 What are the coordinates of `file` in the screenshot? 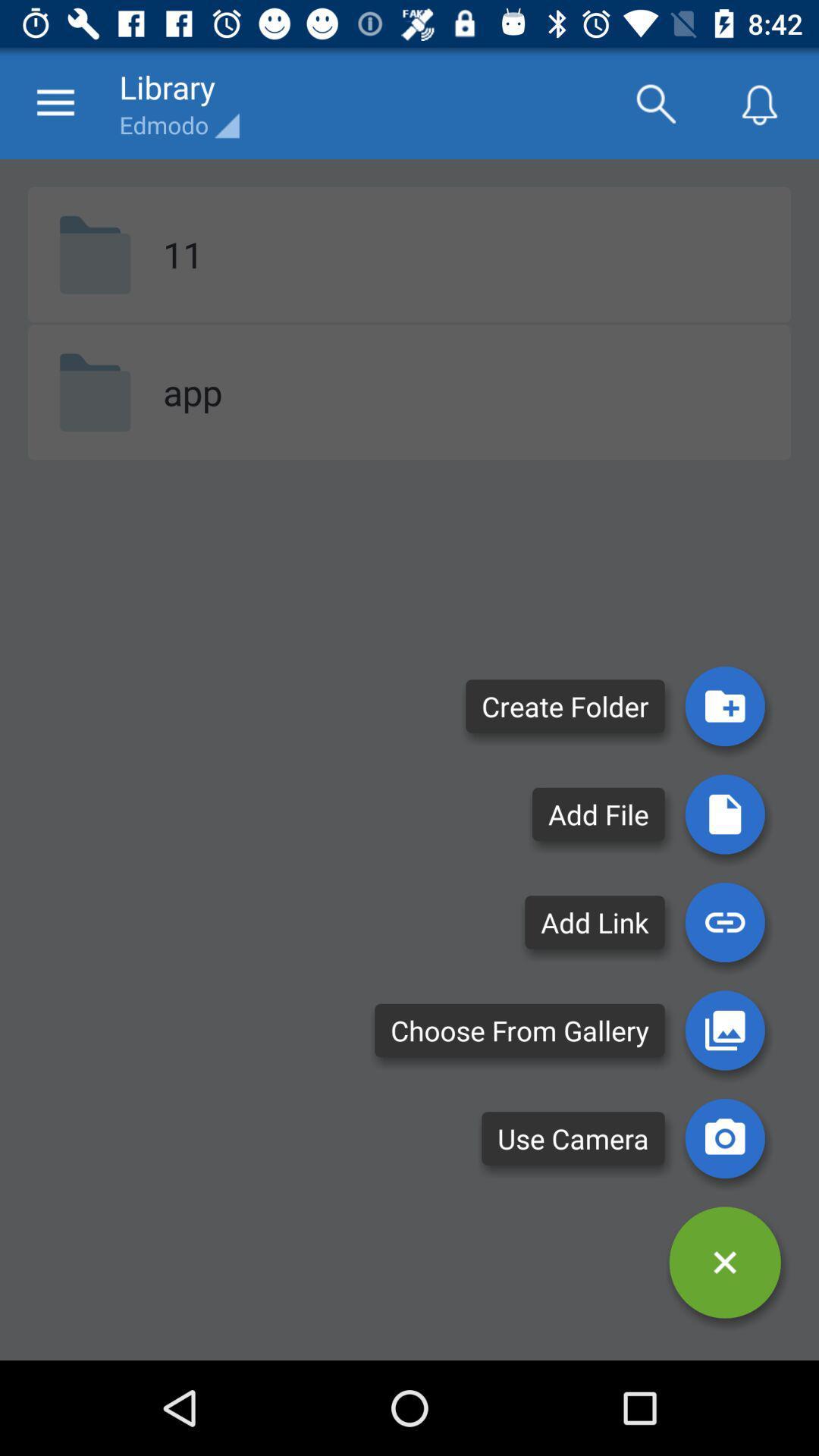 It's located at (724, 814).